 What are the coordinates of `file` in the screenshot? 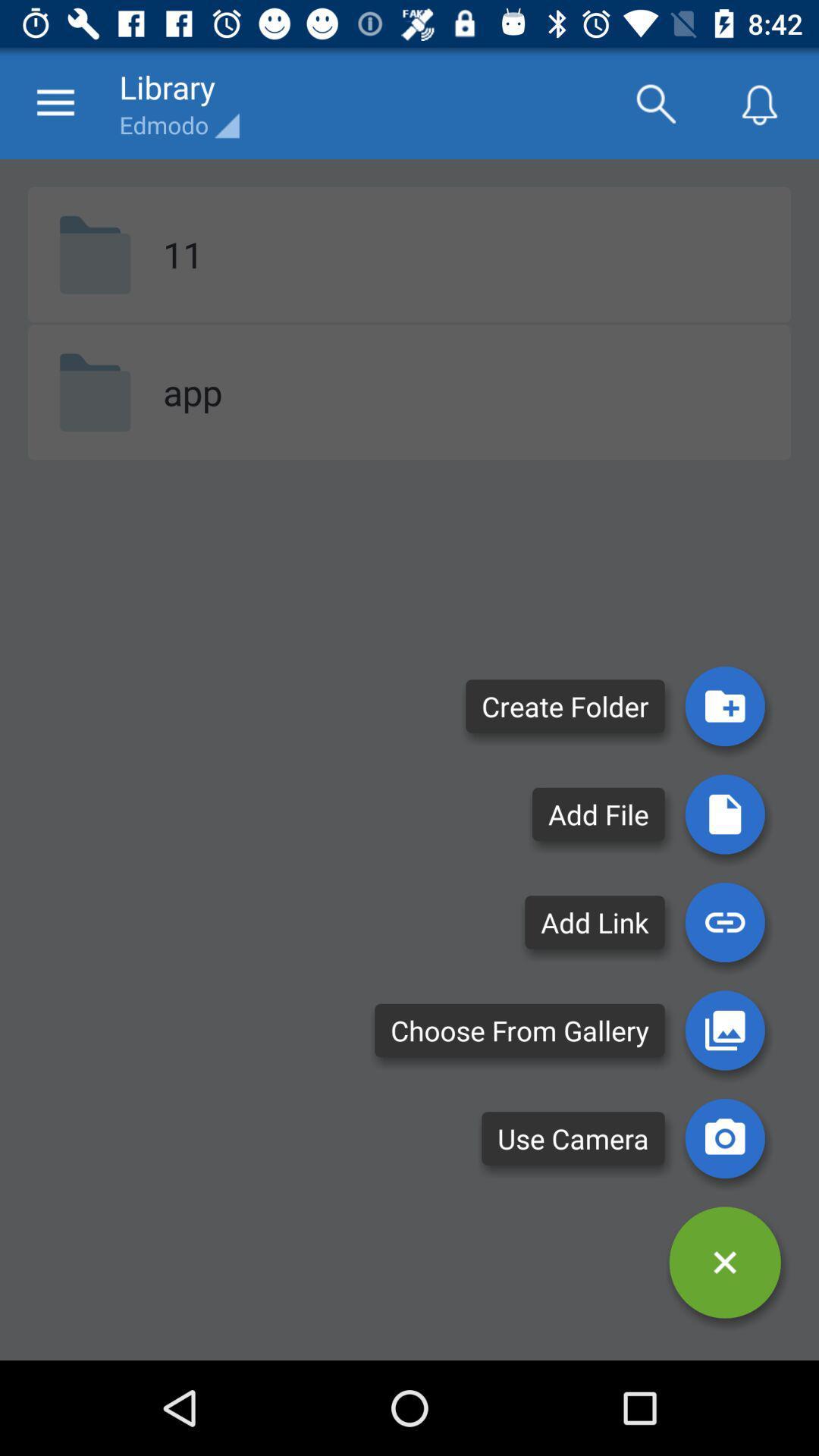 It's located at (724, 814).